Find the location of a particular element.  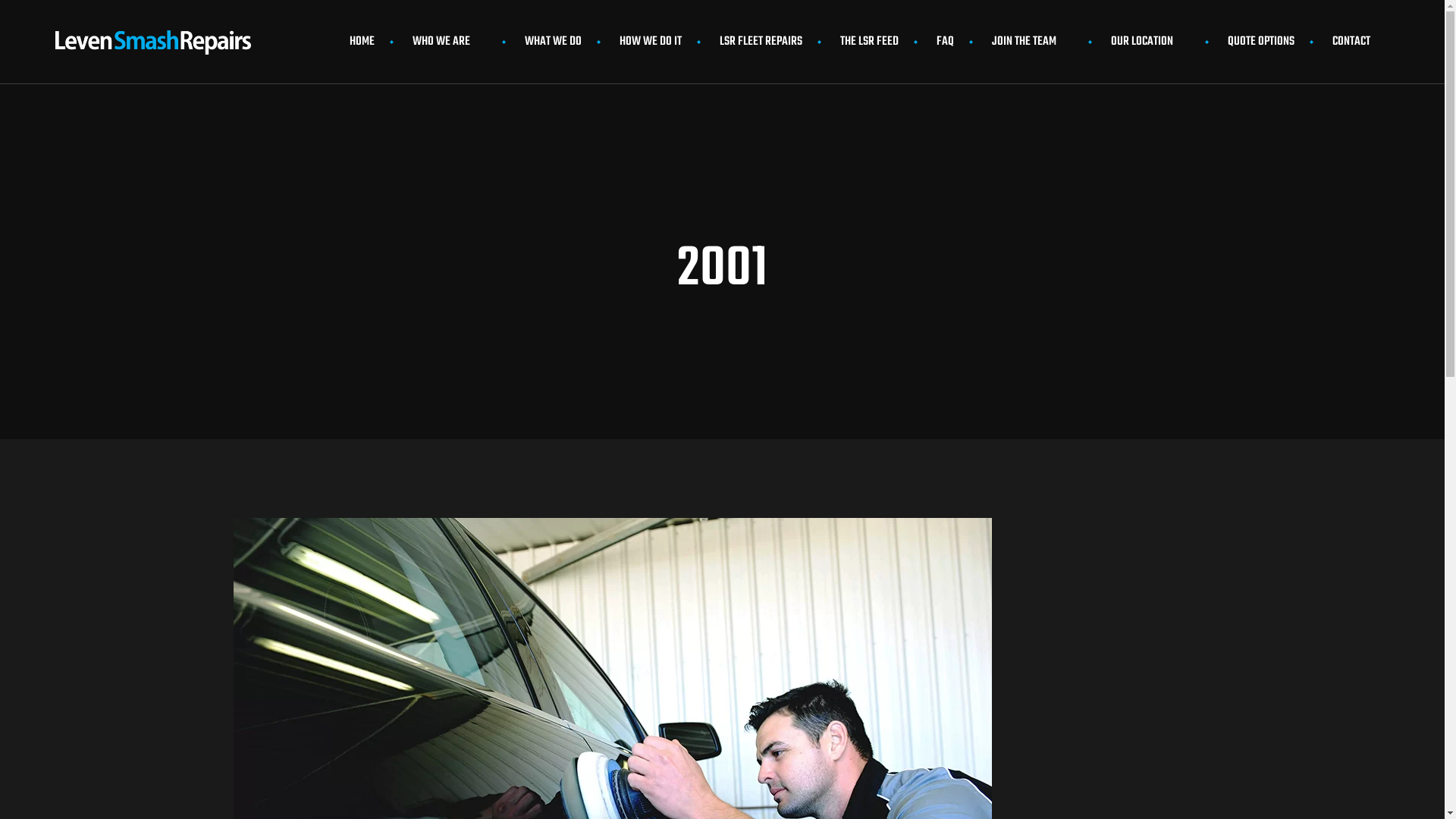

'LSR FLEET REPAIRS' is located at coordinates (700, 40).